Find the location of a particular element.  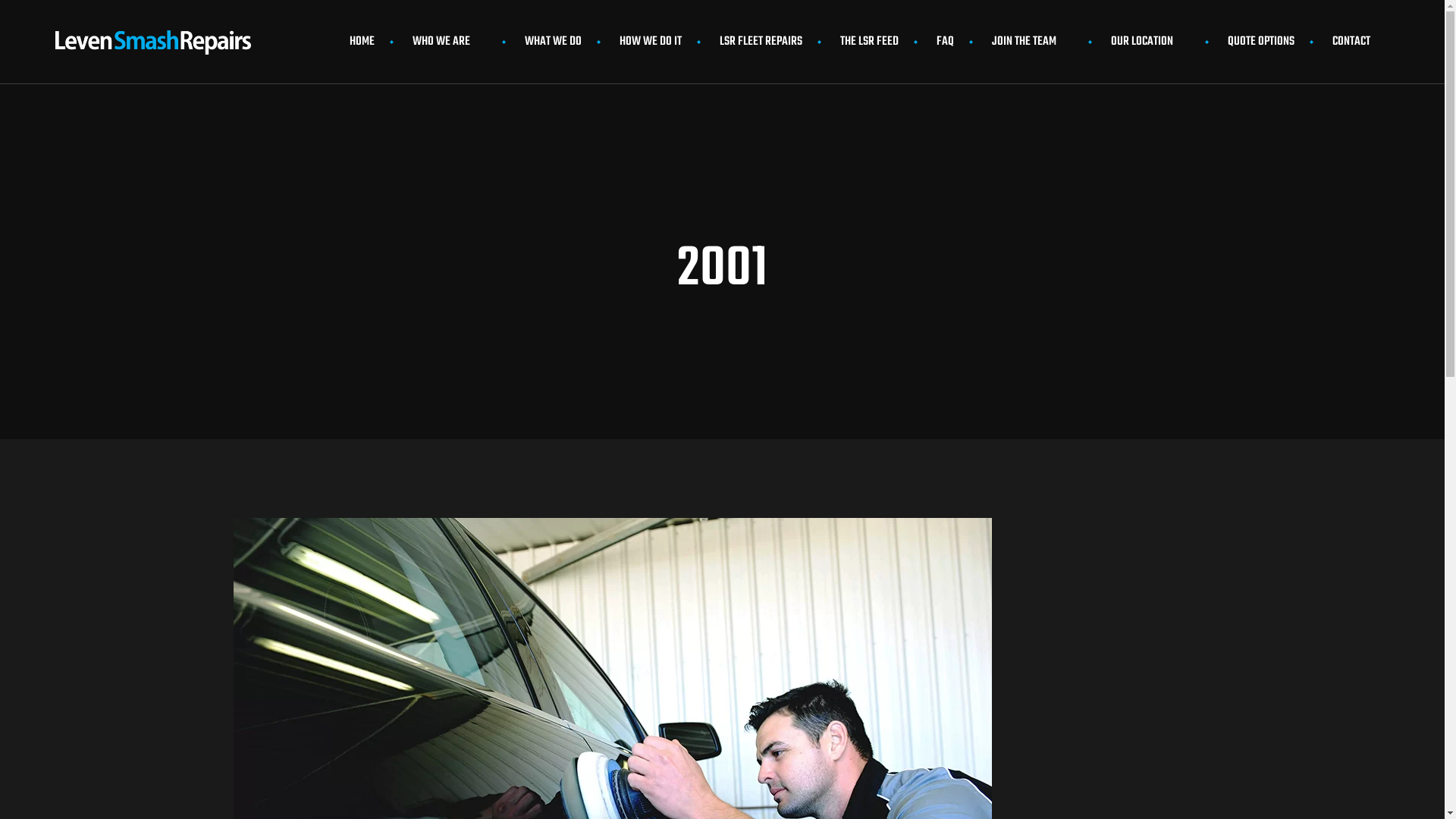

'LSR FLEET REPAIRS' is located at coordinates (700, 40).